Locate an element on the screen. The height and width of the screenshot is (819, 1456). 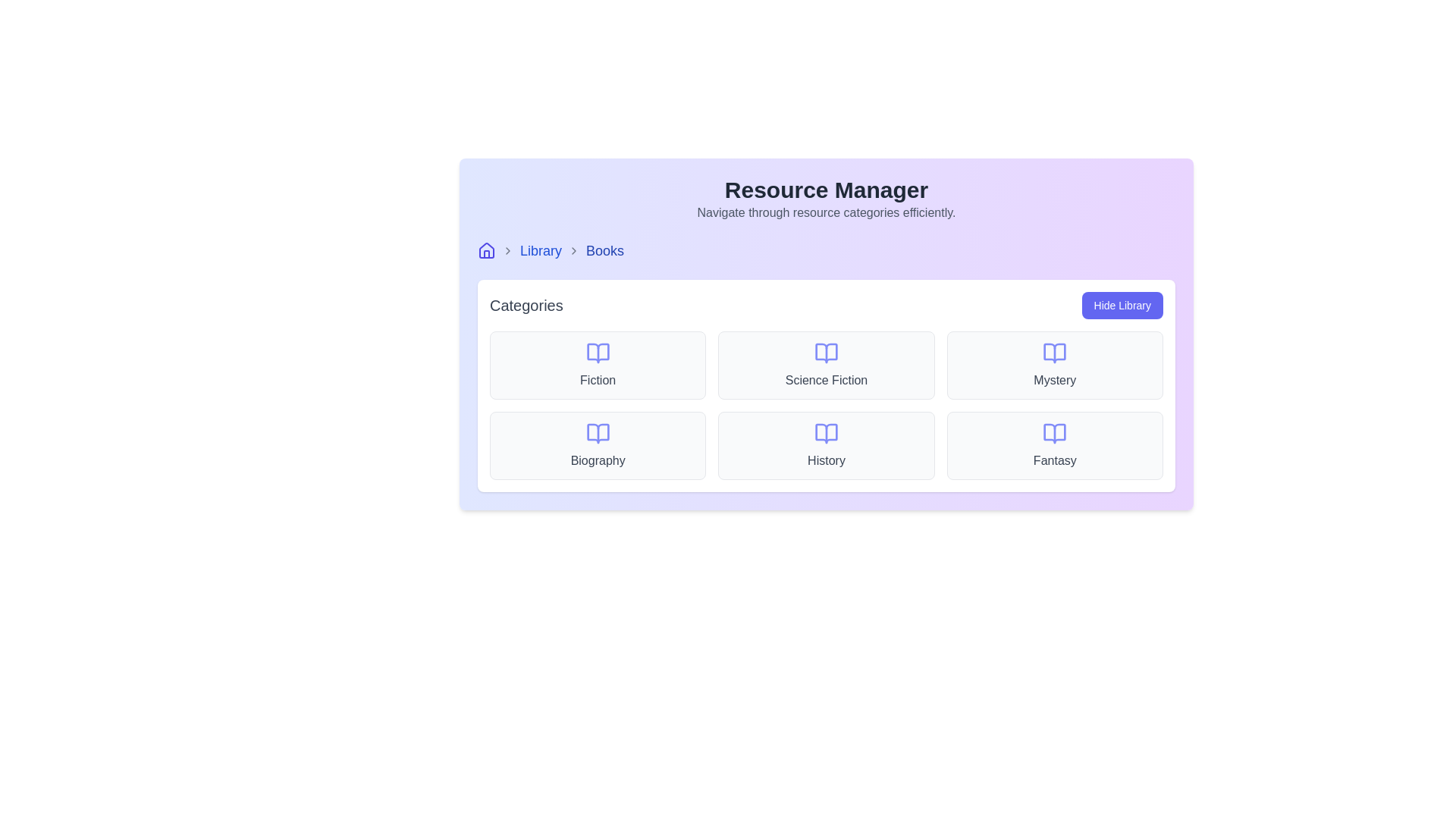
the 'Fantasy' text label, which is styled with a gray font color and medium weight, located in the bottom-right corner of the category grid within its card structure is located at coordinates (1054, 460).